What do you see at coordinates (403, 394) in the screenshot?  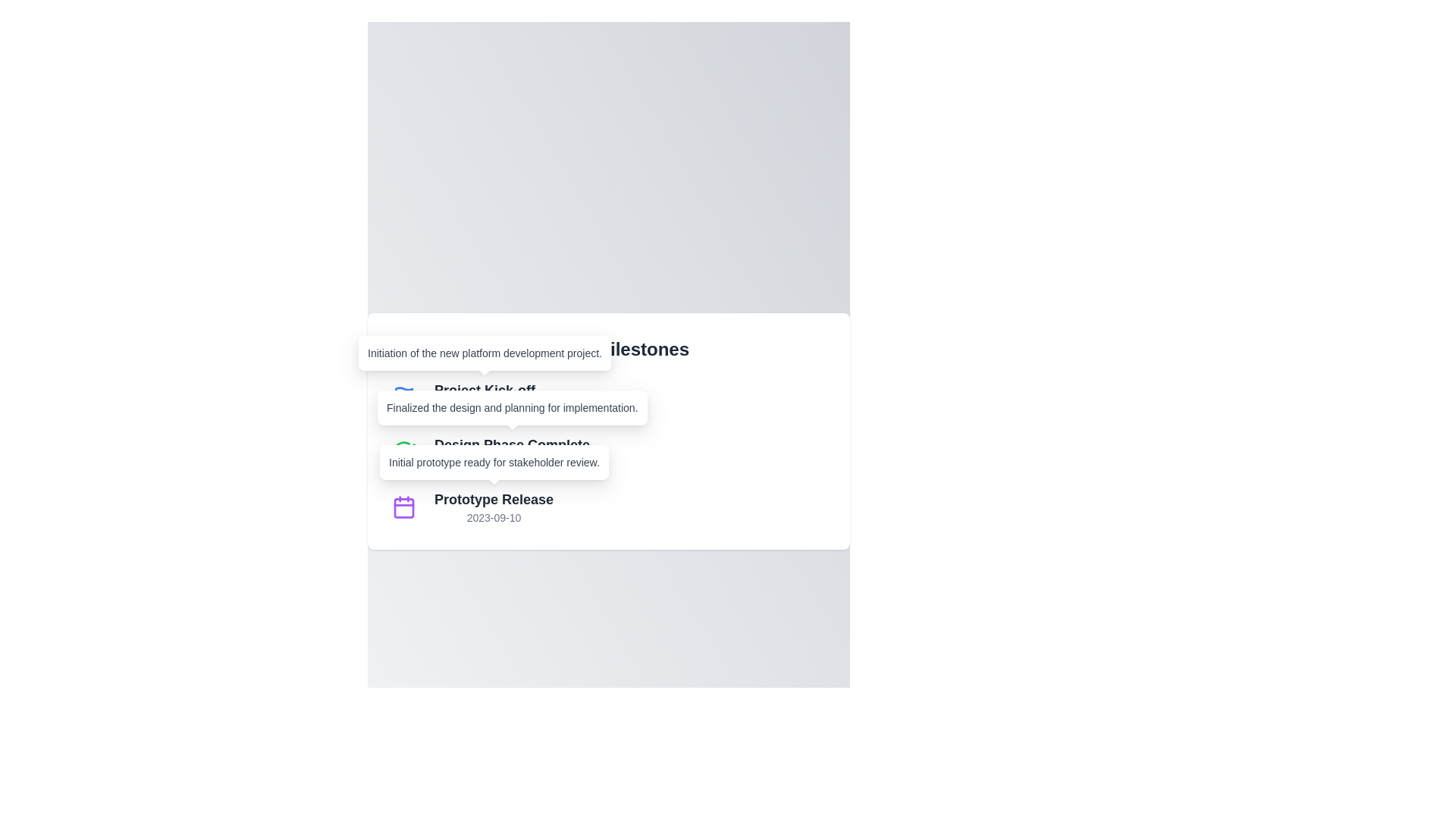 I see `the SVG flag icon located at the top left of the list item labeled 'Project Kick-off'` at bounding box center [403, 394].